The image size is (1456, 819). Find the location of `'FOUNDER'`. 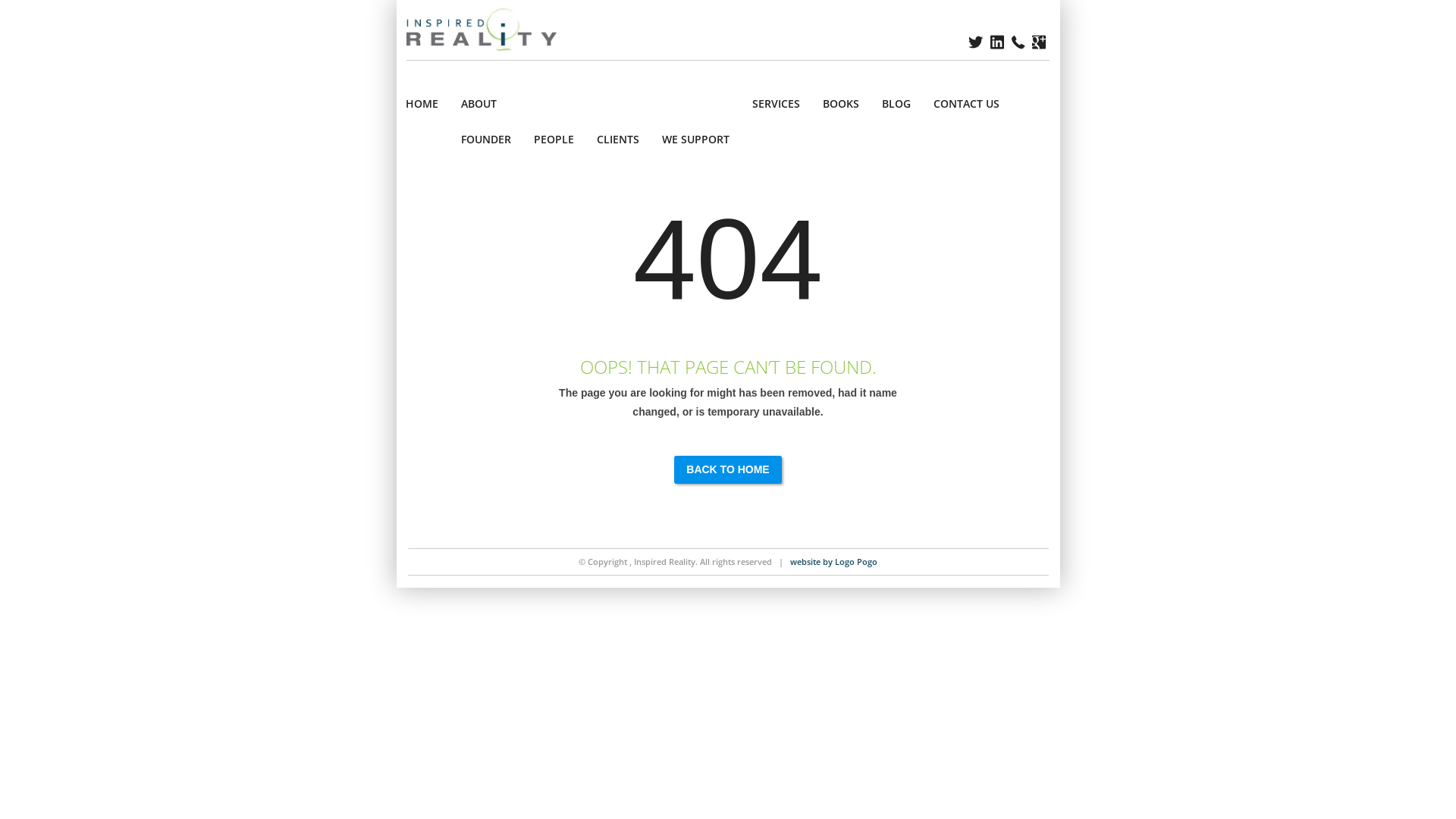

'FOUNDER' is located at coordinates (449, 139).